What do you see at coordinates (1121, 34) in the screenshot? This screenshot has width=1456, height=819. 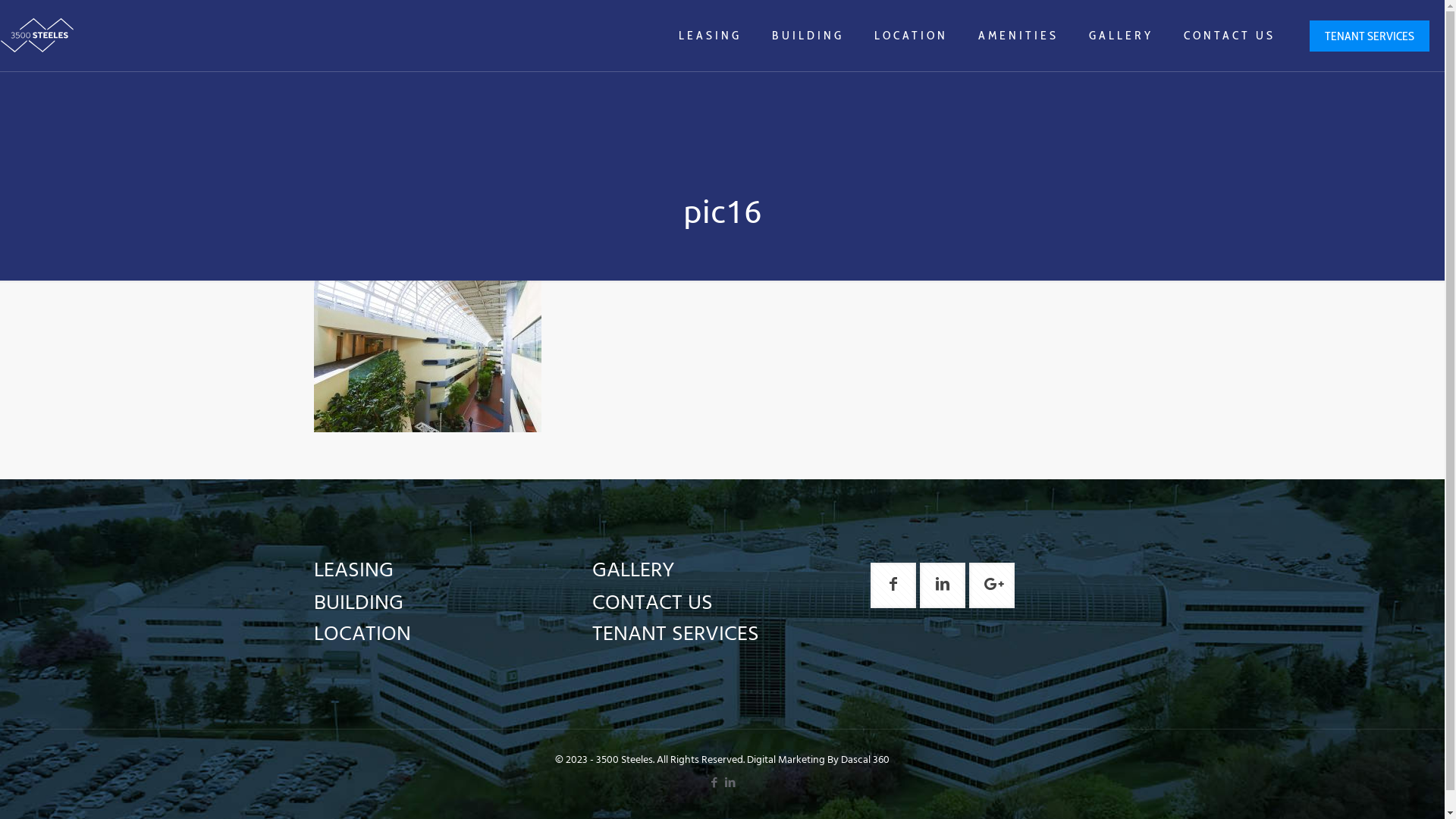 I see `'GALLERY'` at bounding box center [1121, 34].